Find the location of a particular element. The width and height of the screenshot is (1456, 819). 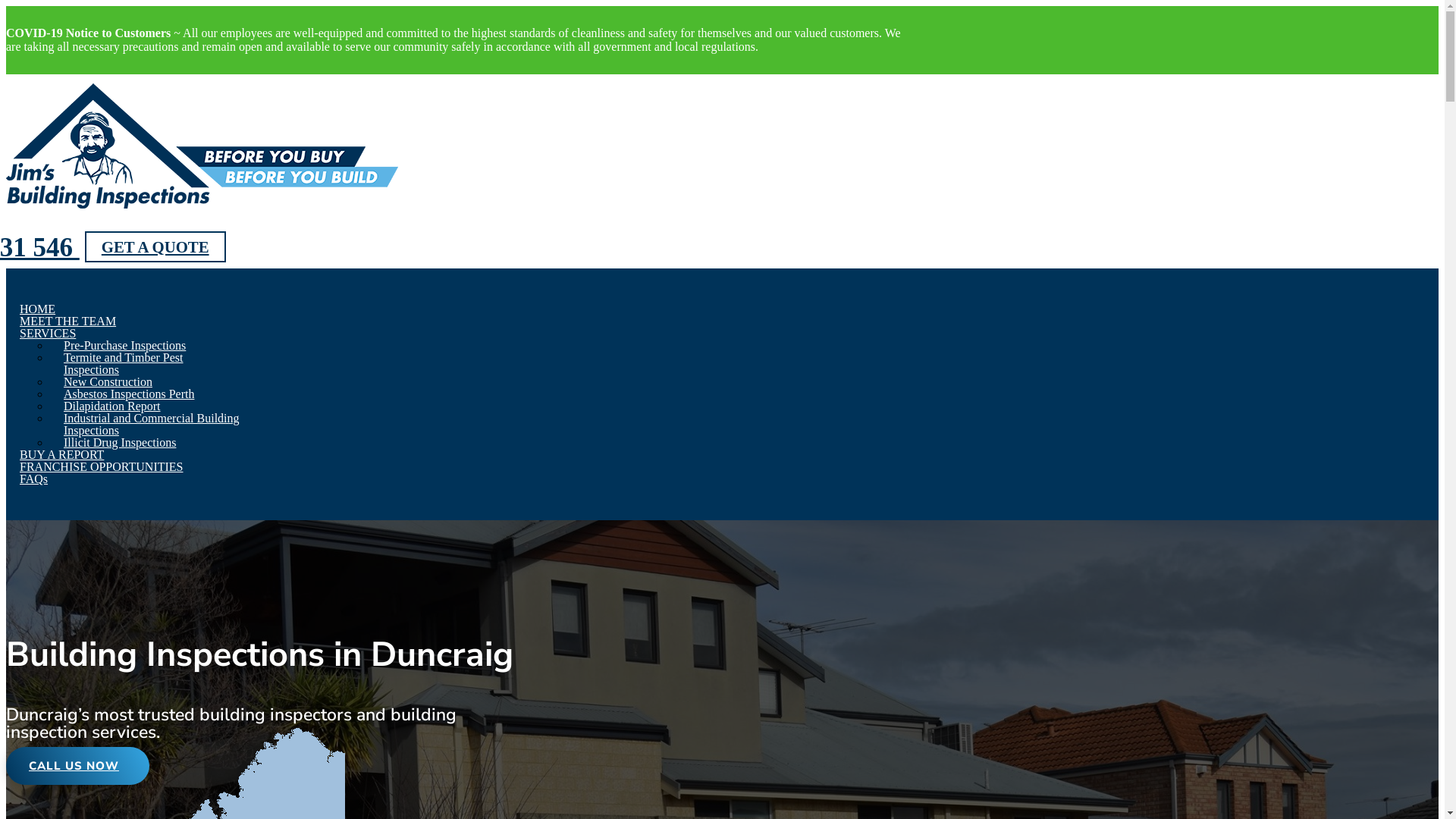

'SERVICES' is located at coordinates (47, 332).